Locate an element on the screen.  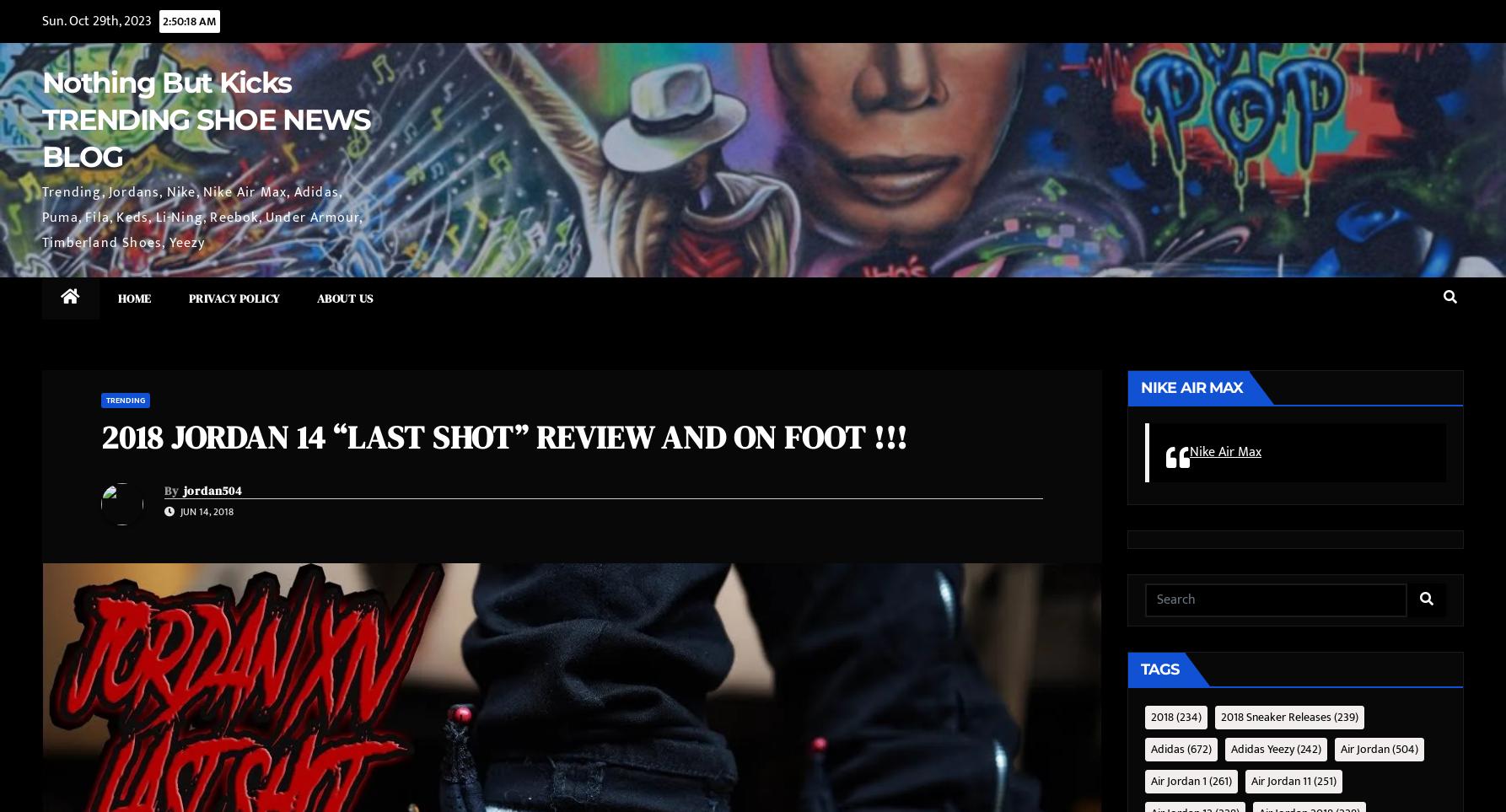
'(261)' is located at coordinates (1218, 780).